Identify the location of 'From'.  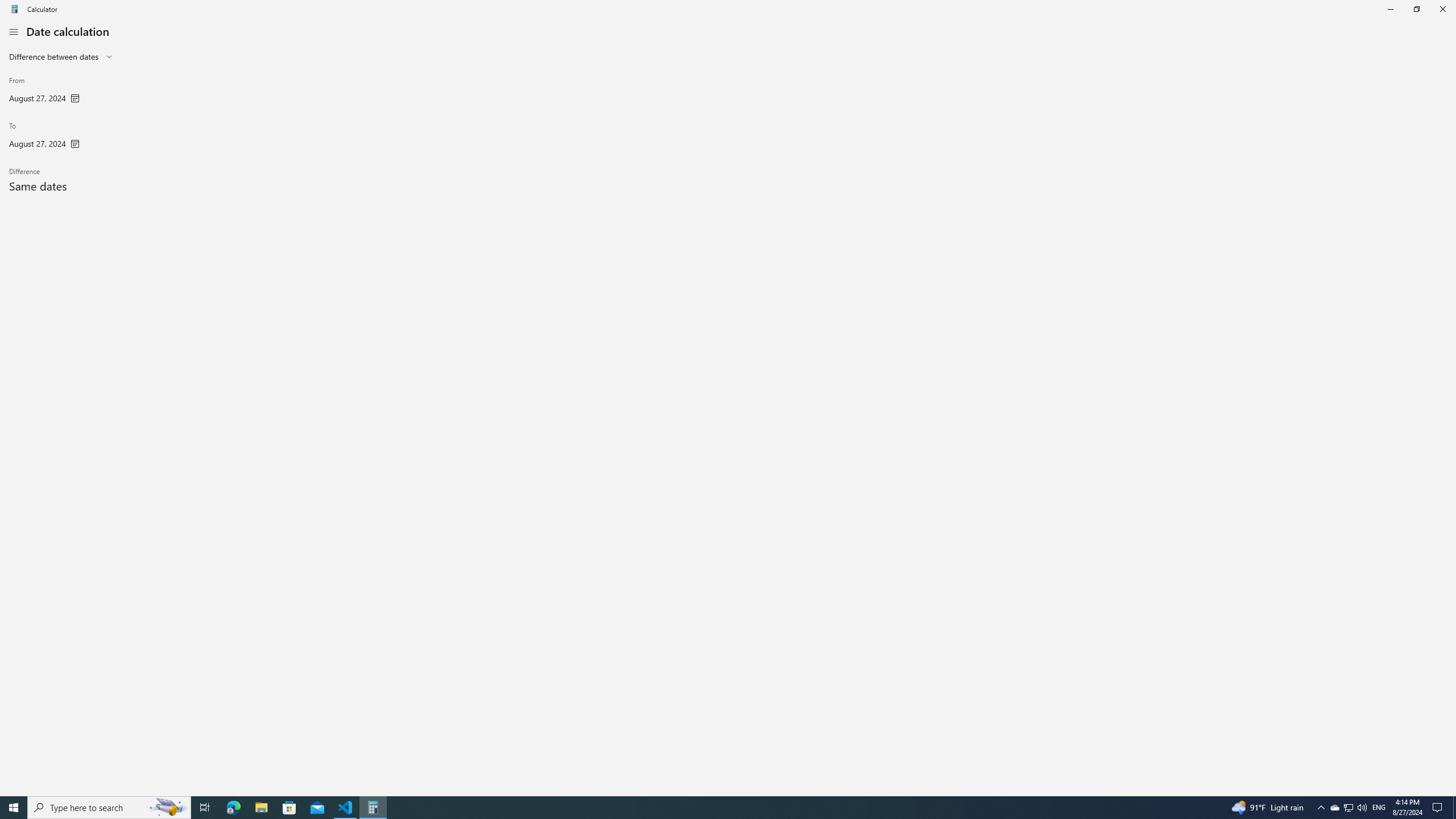
(44, 91).